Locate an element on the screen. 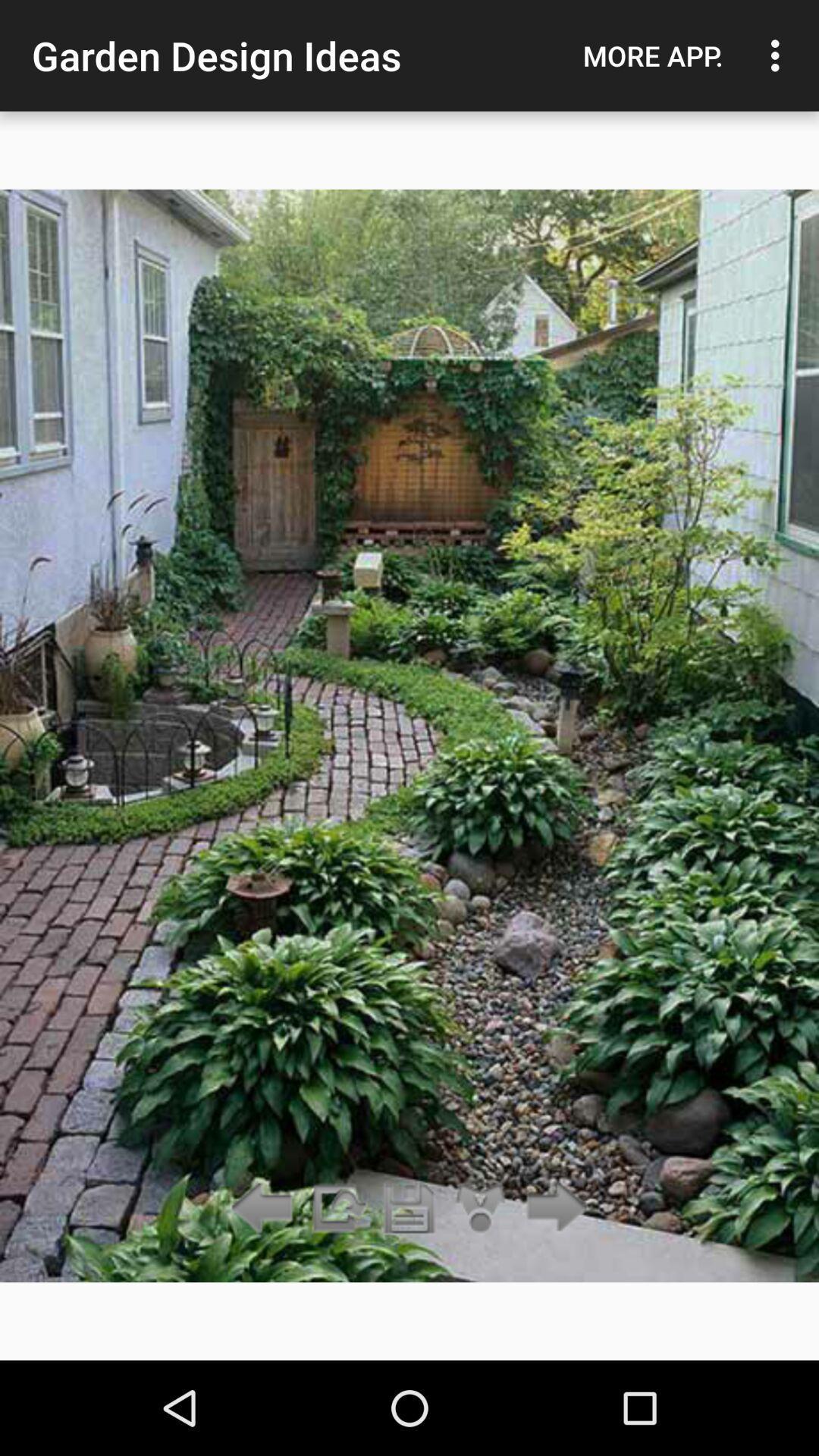 The image size is (819, 1456). the more app. is located at coordinates (652, 55).